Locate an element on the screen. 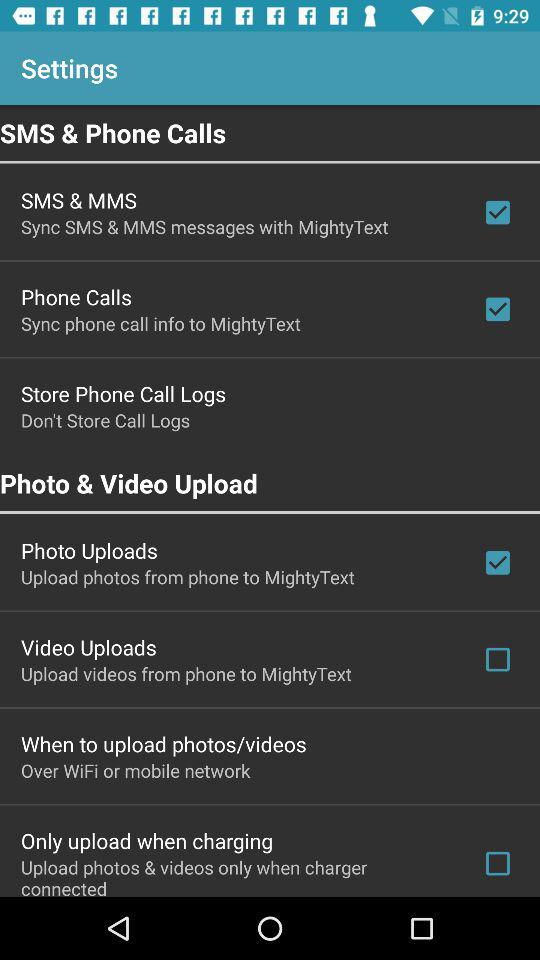 This screenshot has height=960, width=540. the app above the only upload when app is located at coordinates (135, 769).